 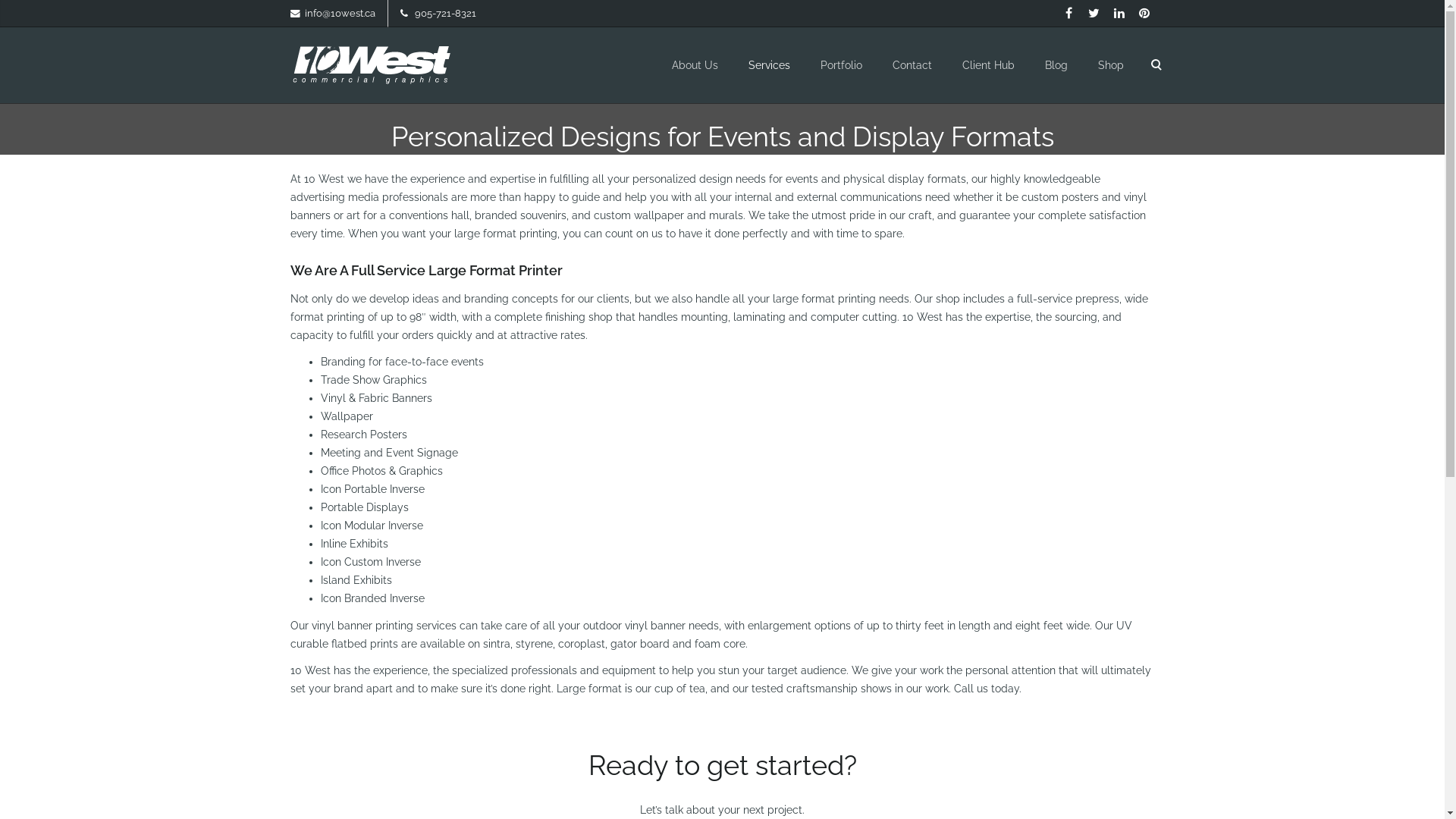 What do you see at coordinates (1110, 64) in the screenshot?
I see `'Shop'` at bounding box center [1110, 64].